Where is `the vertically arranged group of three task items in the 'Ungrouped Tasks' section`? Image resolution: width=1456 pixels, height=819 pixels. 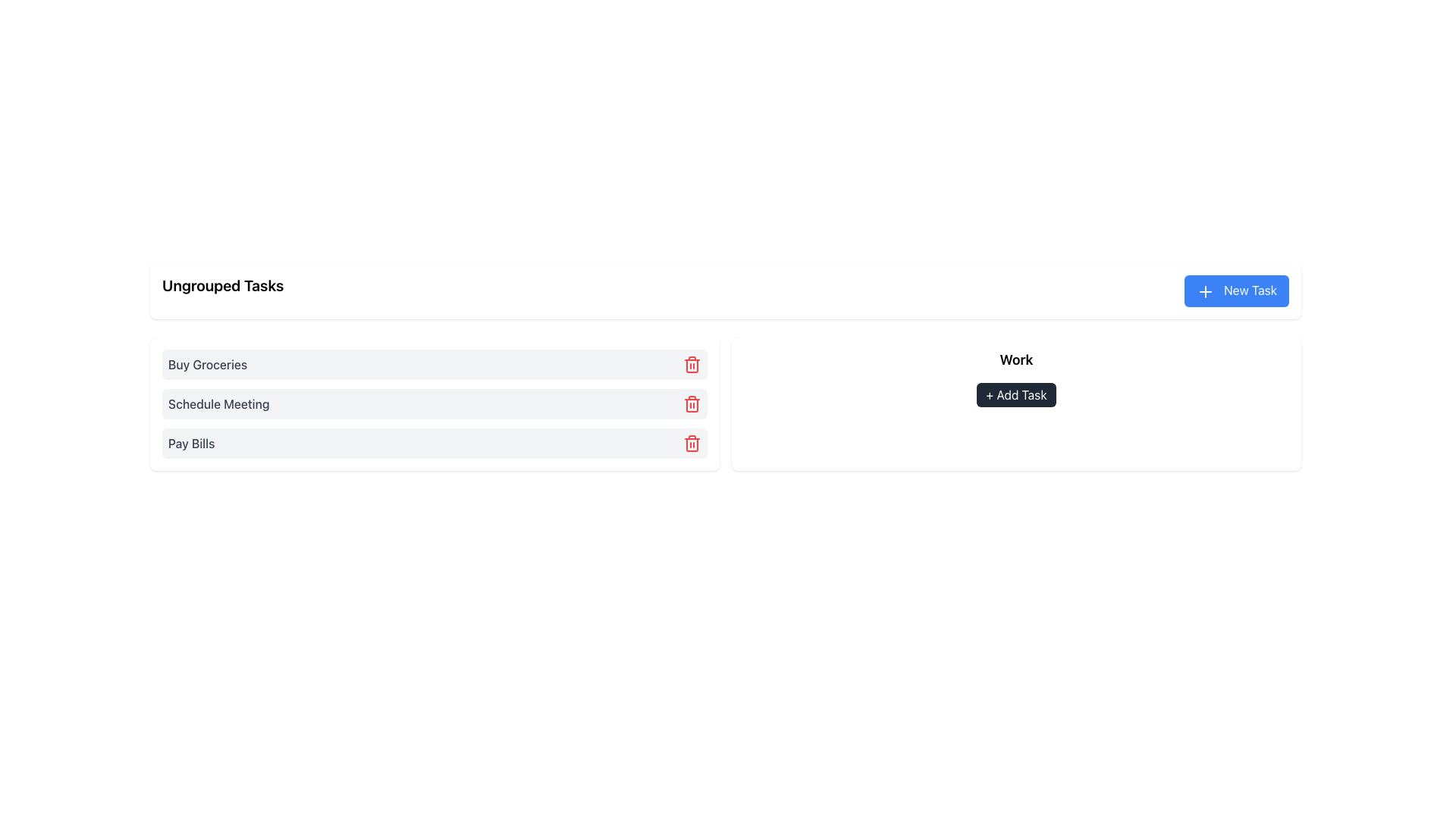
the vertically arranged group of three task items in the 'Ungrouped Tasks' section is located at coordinates (434, 403).